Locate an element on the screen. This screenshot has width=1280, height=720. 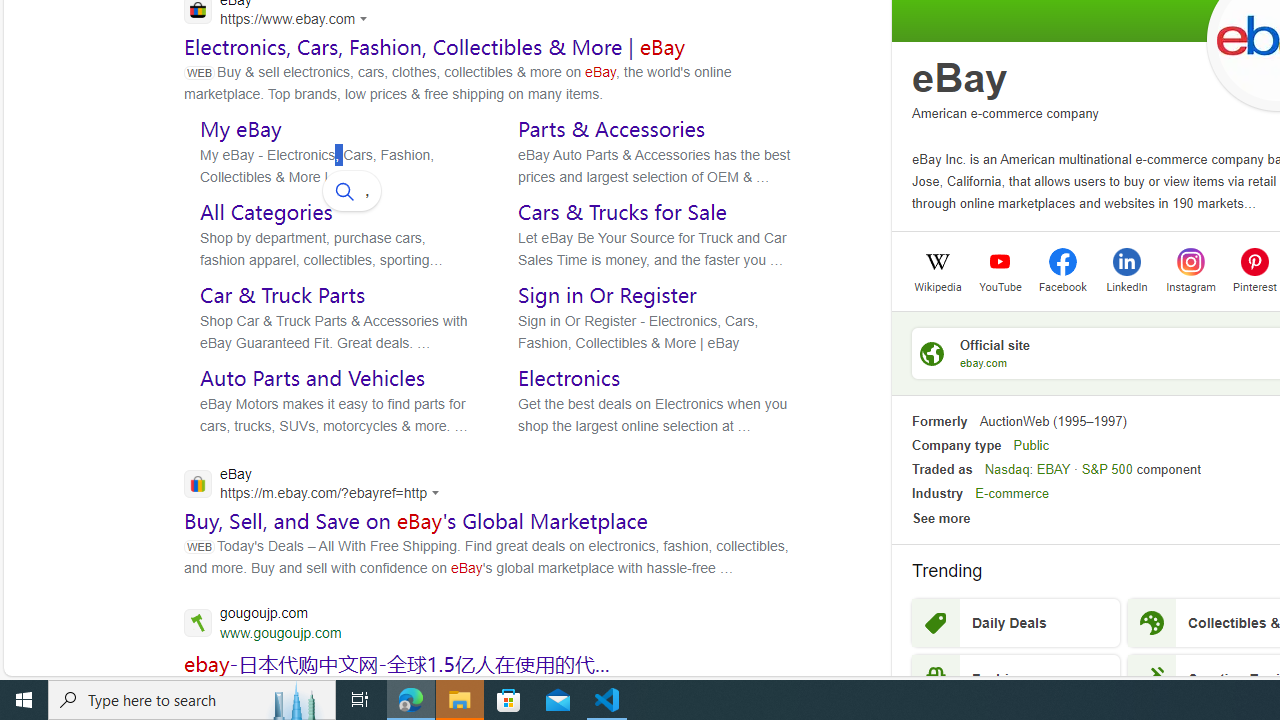
'Wikipedia' is located at coordinates (936, 285).